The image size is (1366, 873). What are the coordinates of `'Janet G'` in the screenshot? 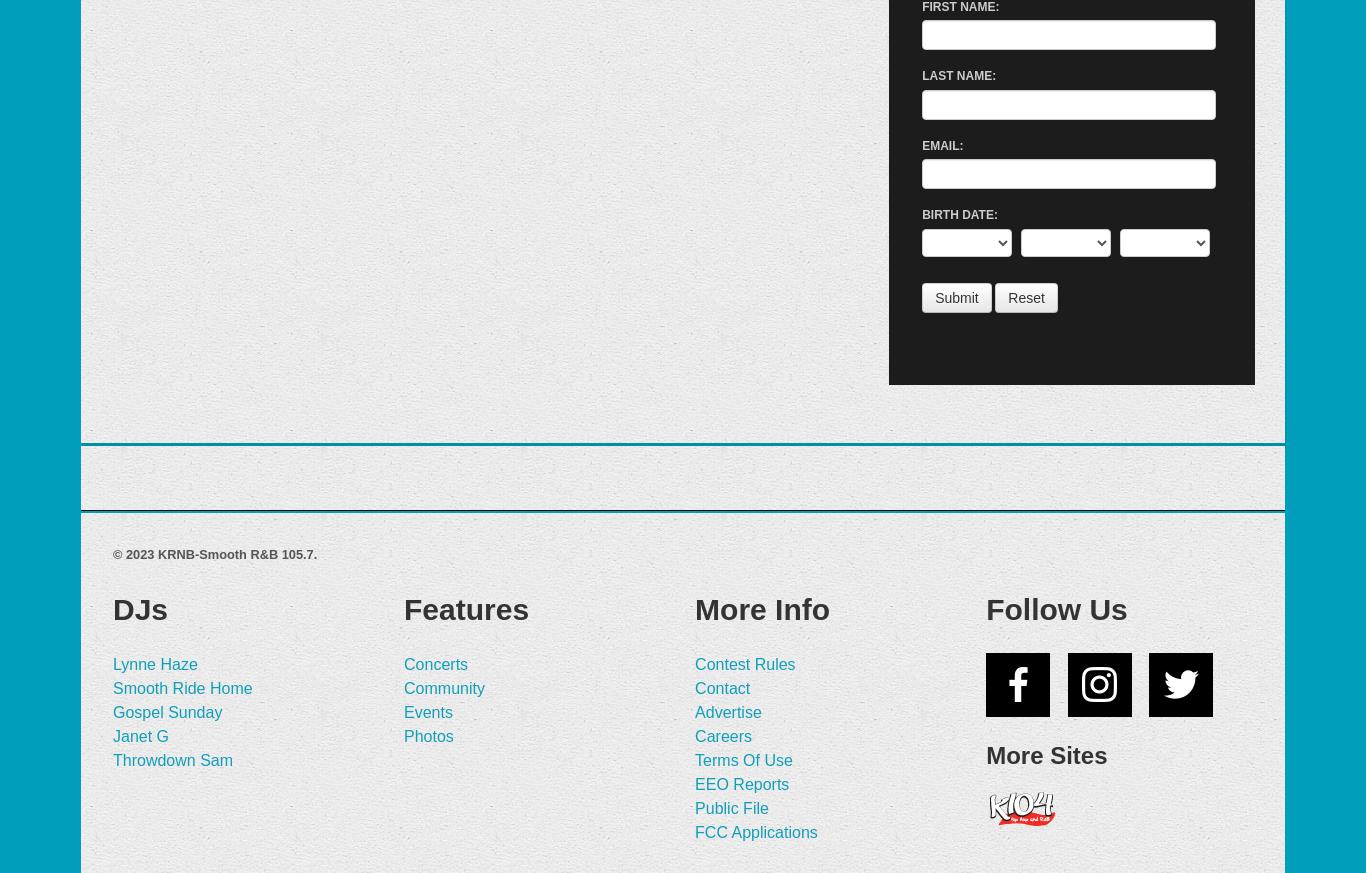 It's located at (139, 734).